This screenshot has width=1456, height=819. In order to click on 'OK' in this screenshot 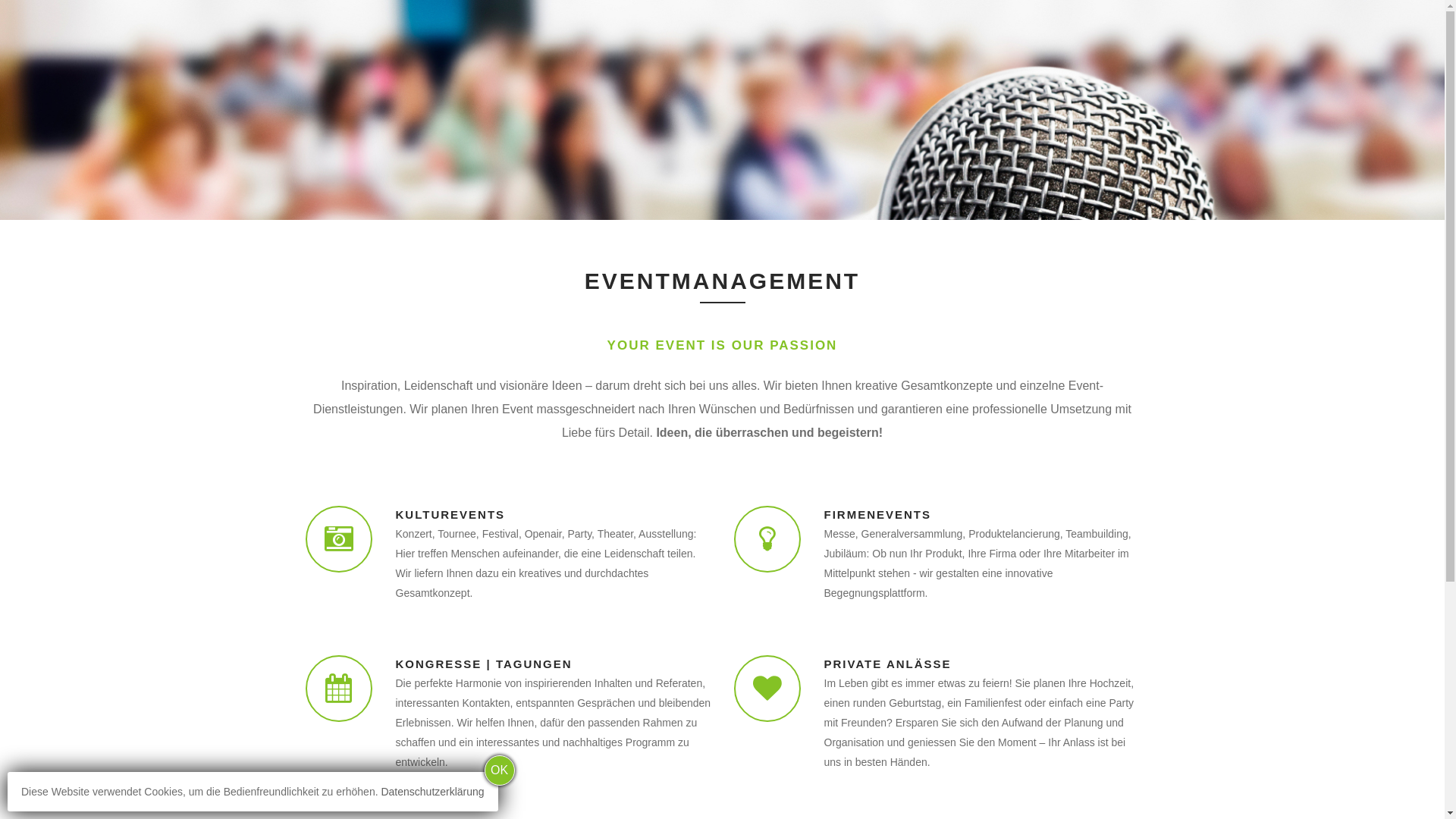, I will do `click(499, 770)`.